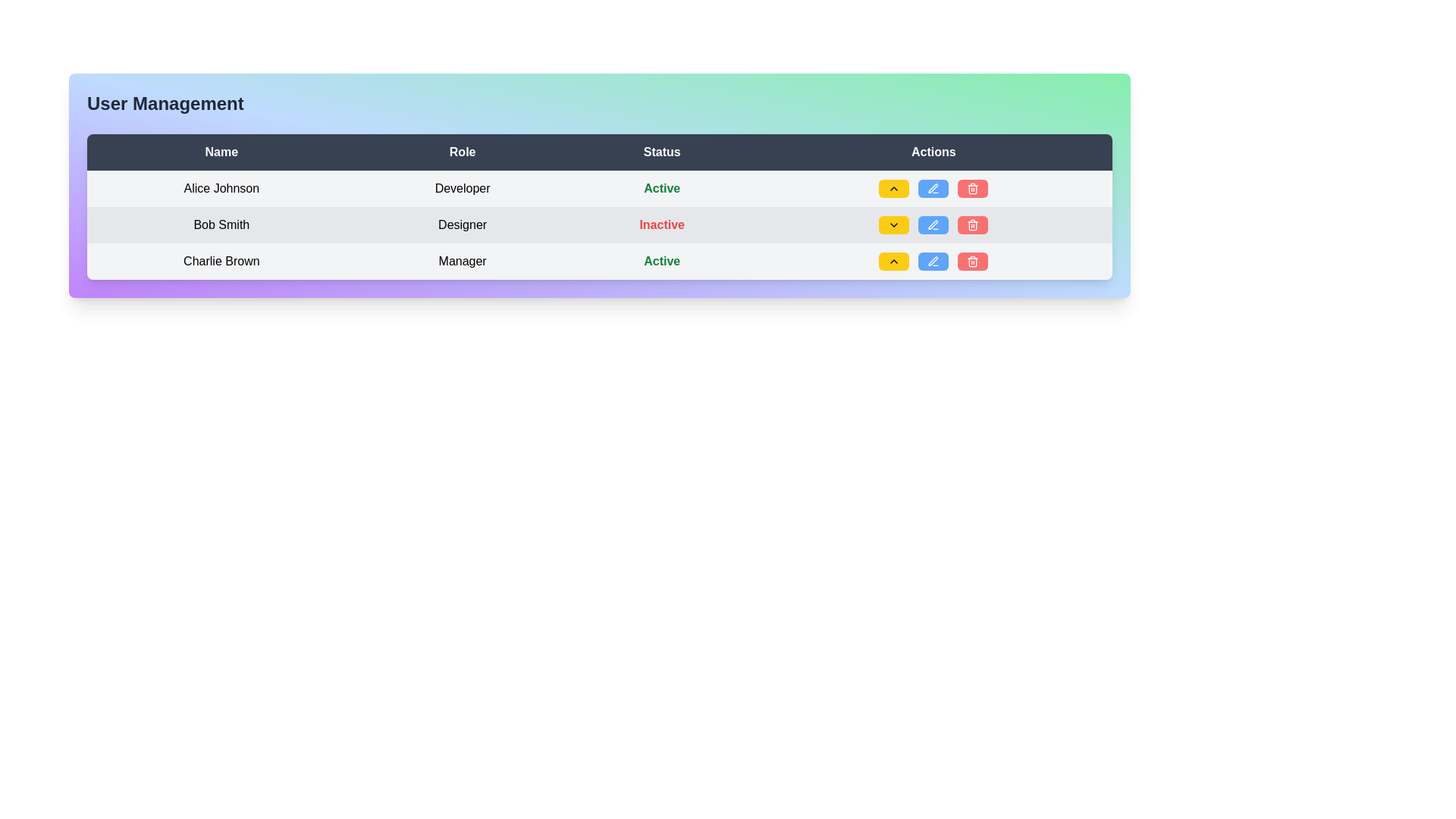  What do you see at coordinates (973, 189) in the screenshot?
I see `the vertical line of the trash can icon in the 'Actions' column of the user management table` at bounding box center [973, 189].